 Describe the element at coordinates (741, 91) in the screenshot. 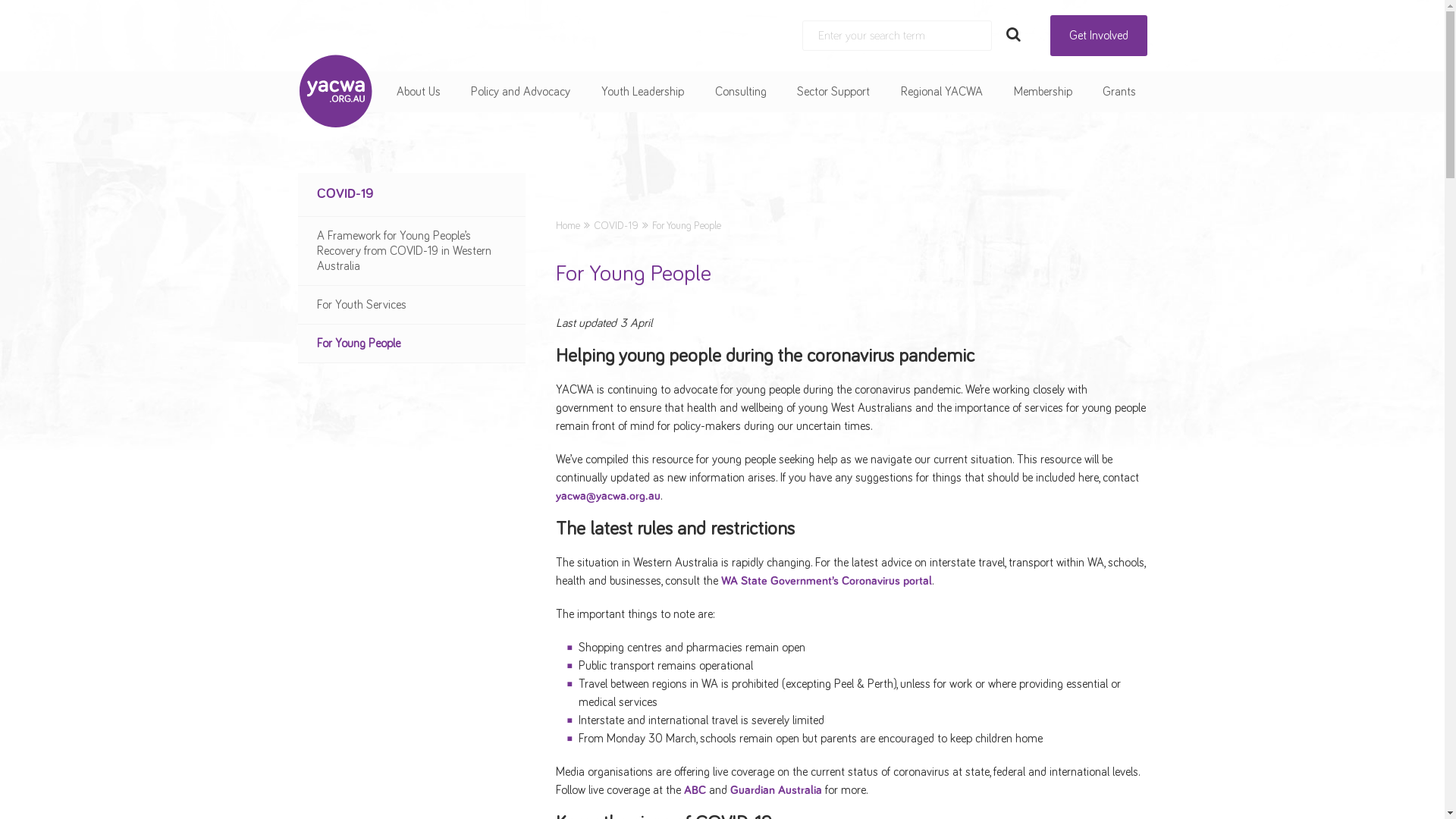

I see `'Consulting'` at that location.